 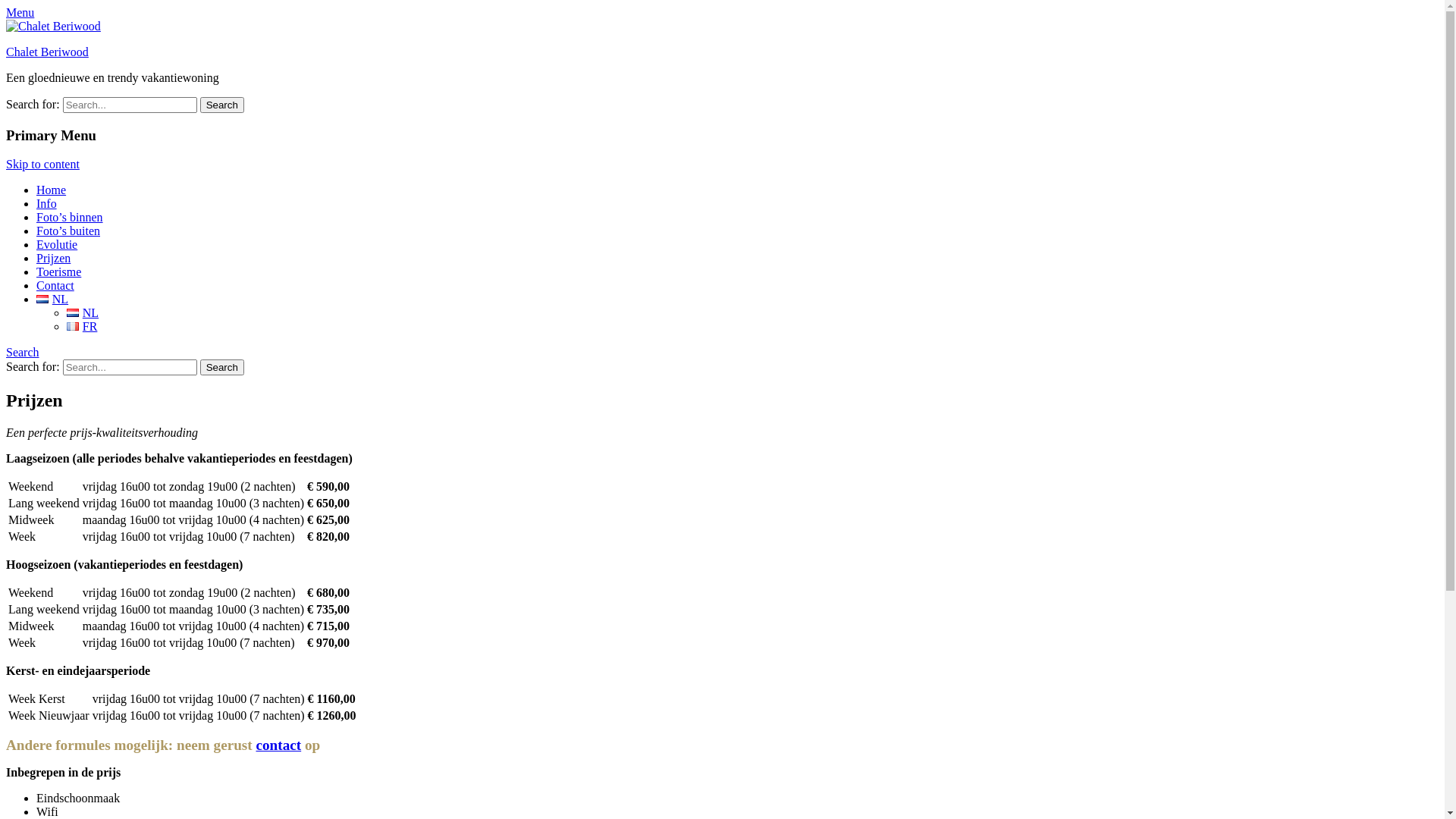 I want to click on 'Chalet Beriwood', so click(x=6, y=51).